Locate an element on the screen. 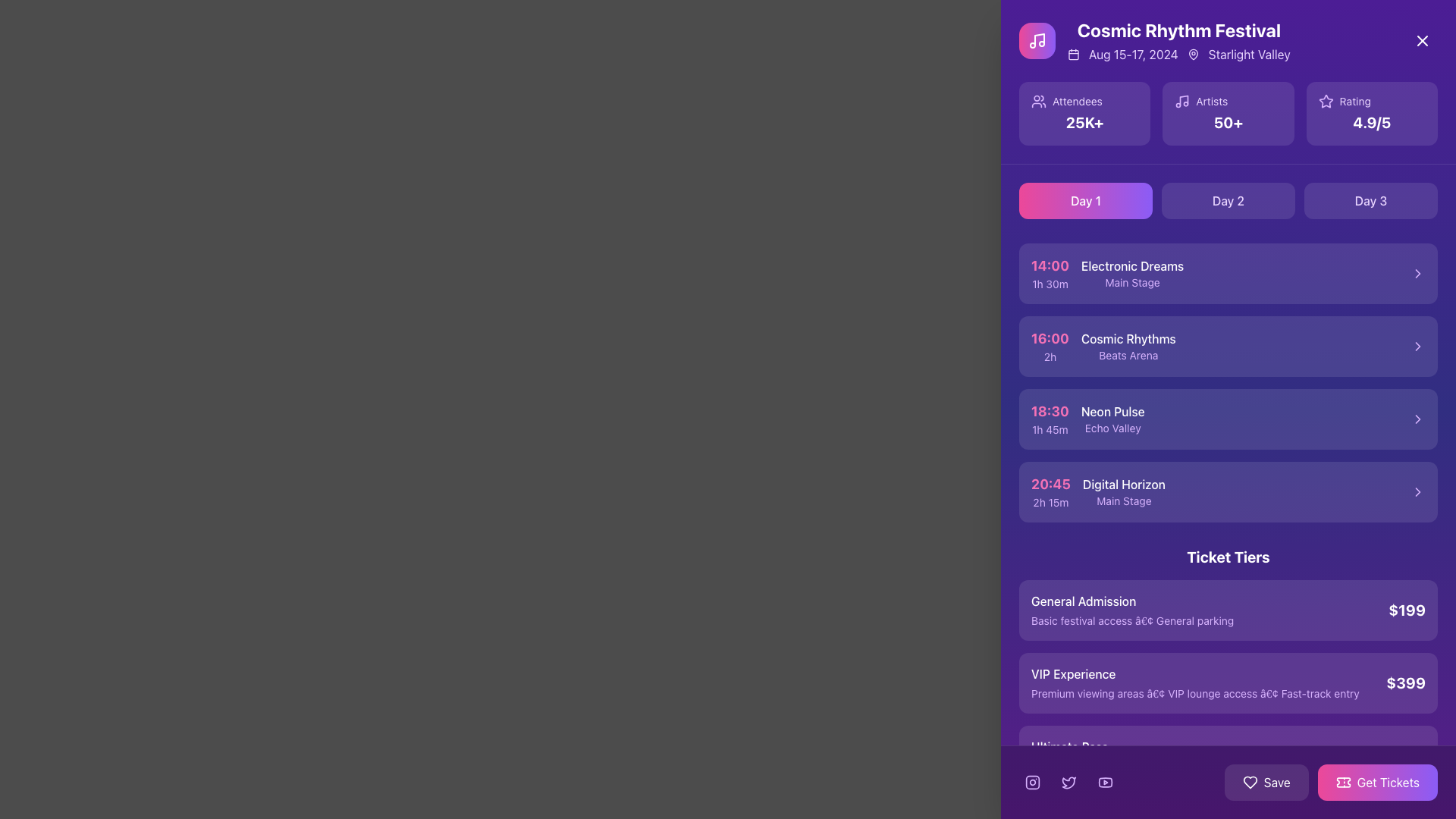  the third entry in the vertical list of event schedules is located at coordinates (1228, 419).